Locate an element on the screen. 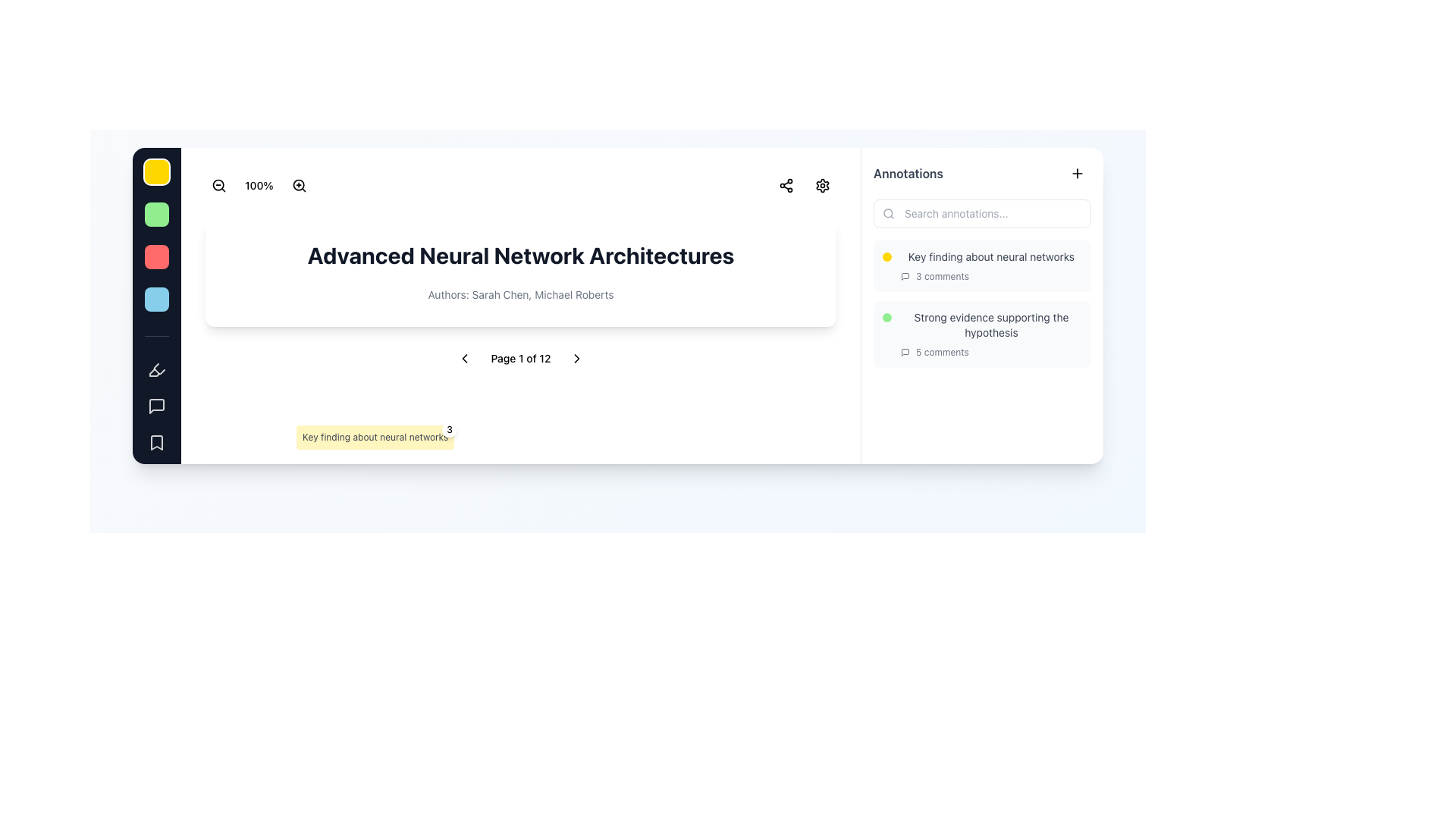  the top interactive annotation card in the 'Annotations' panel is located at coordinates (982, 265).